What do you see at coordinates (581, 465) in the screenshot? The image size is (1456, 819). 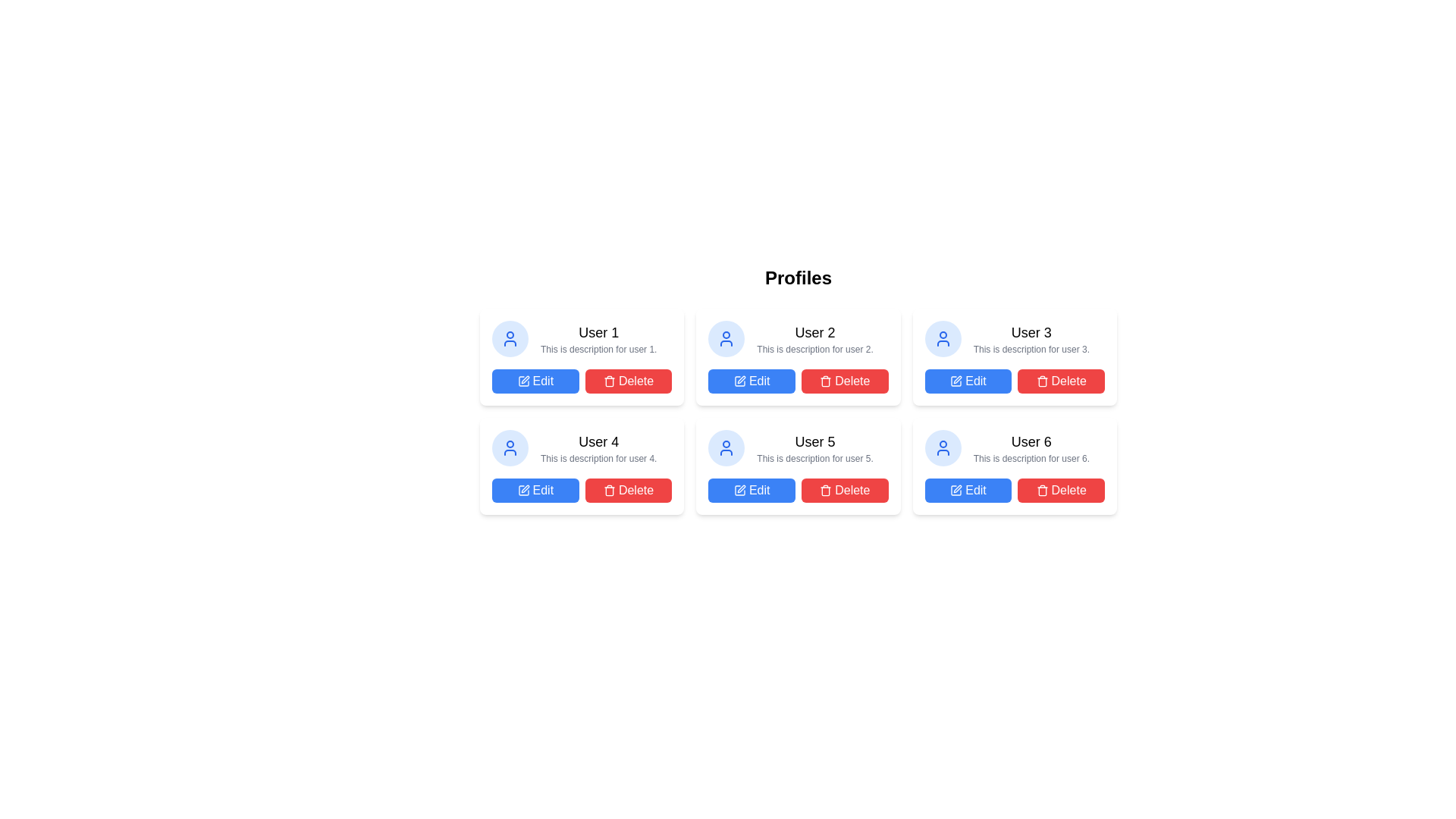 I see `the action buttons on the fourth card in the grid layout, located in the second row, first column` at bounding box center [581, 465].